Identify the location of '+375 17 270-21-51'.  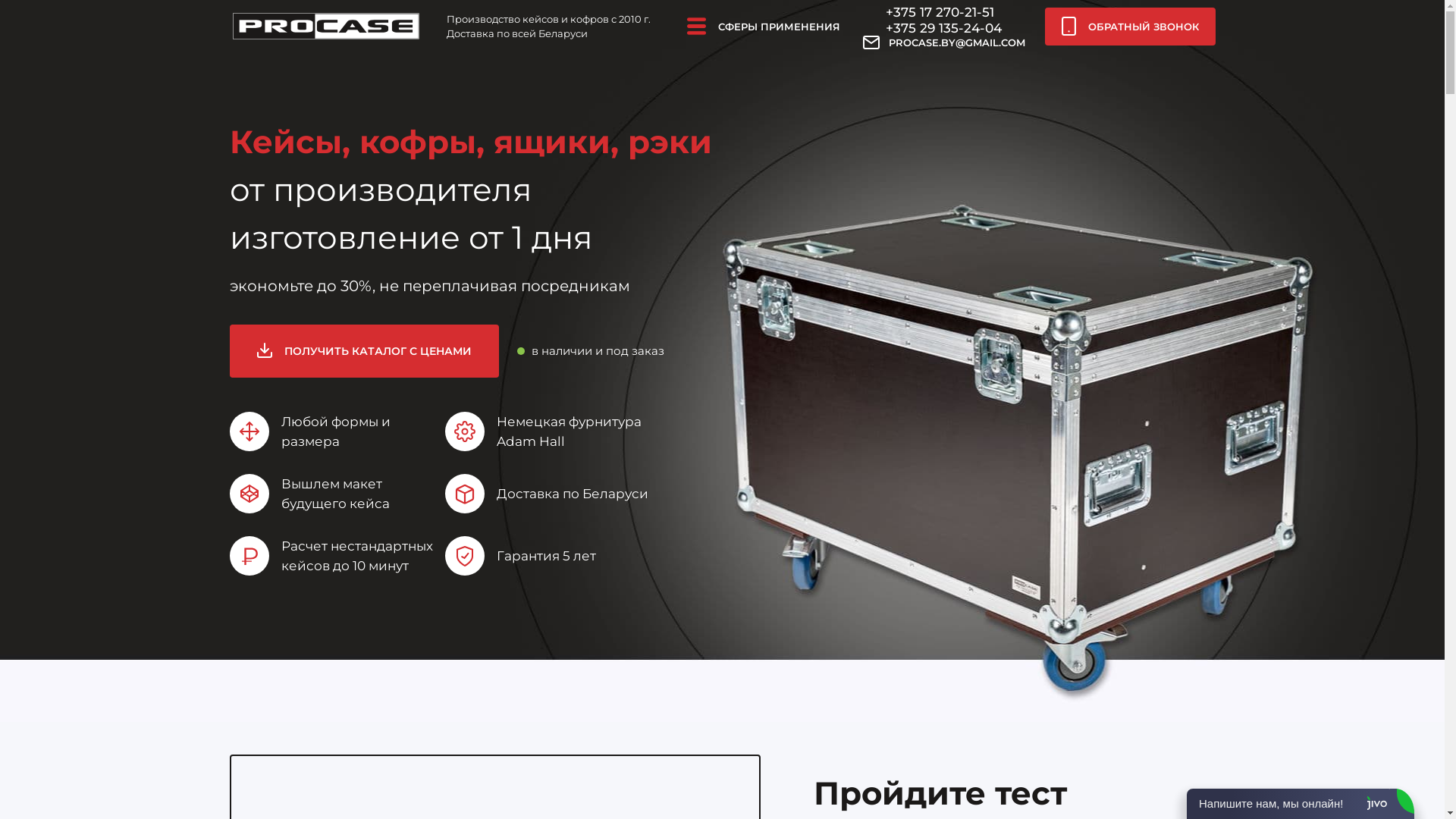
(939, 11).